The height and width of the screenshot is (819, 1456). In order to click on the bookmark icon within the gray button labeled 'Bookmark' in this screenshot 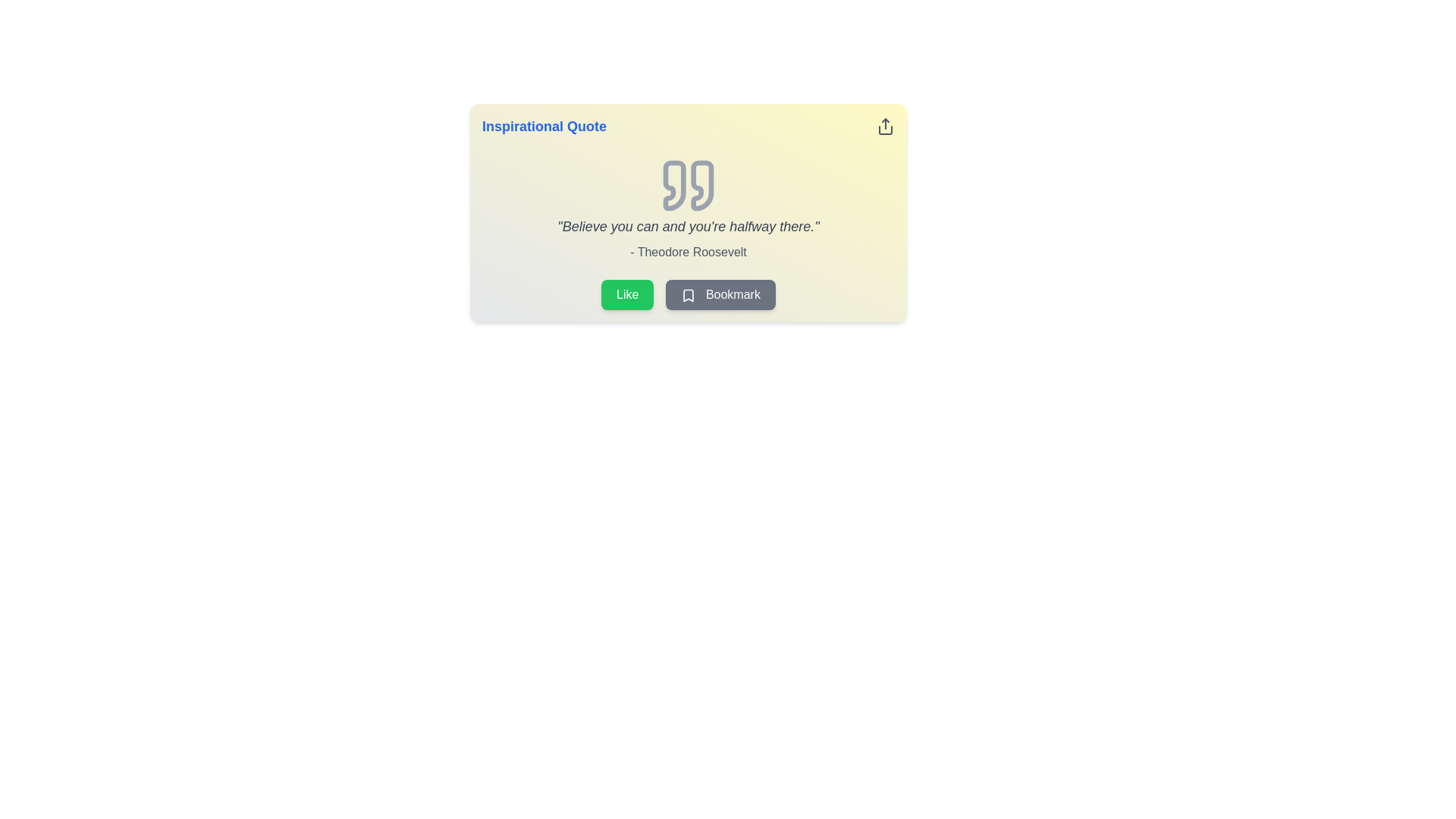, I will do `click(688, 295)`.